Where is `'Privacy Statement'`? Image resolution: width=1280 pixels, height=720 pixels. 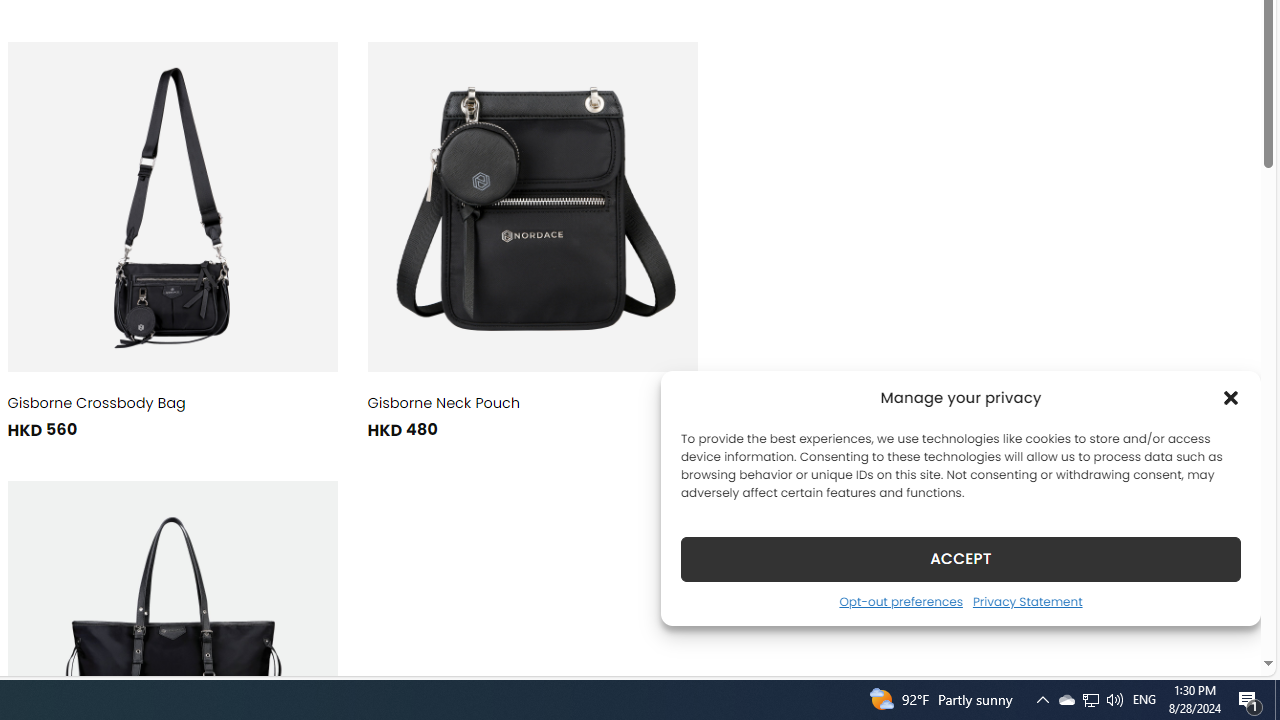 'Privacy Statement' is located at coordinates (1027, 600).